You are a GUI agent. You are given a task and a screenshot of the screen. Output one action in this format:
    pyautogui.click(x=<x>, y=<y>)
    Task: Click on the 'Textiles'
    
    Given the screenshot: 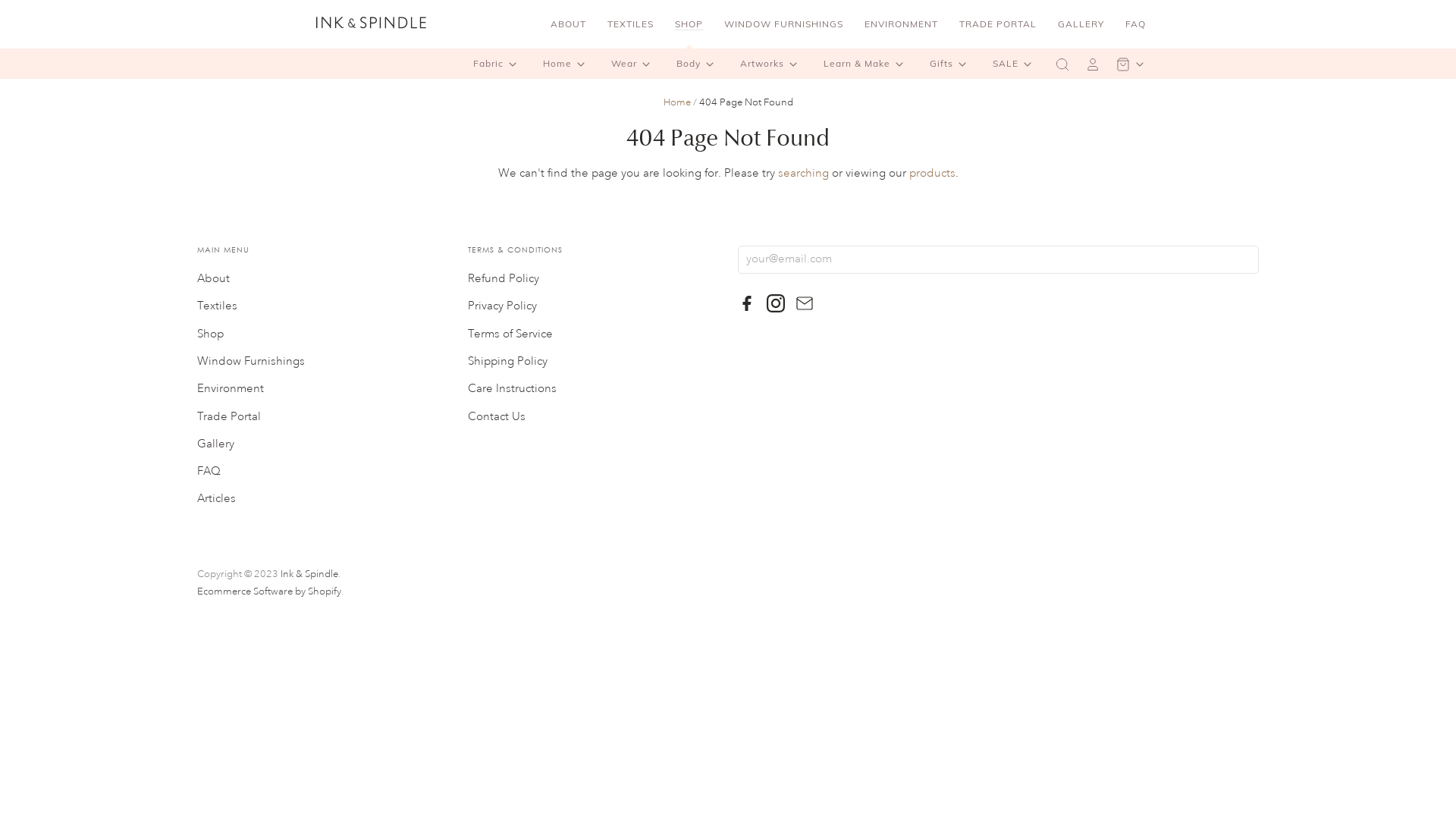 What is the action you would take?
    pyautogui.click(x=196, y=306)
    